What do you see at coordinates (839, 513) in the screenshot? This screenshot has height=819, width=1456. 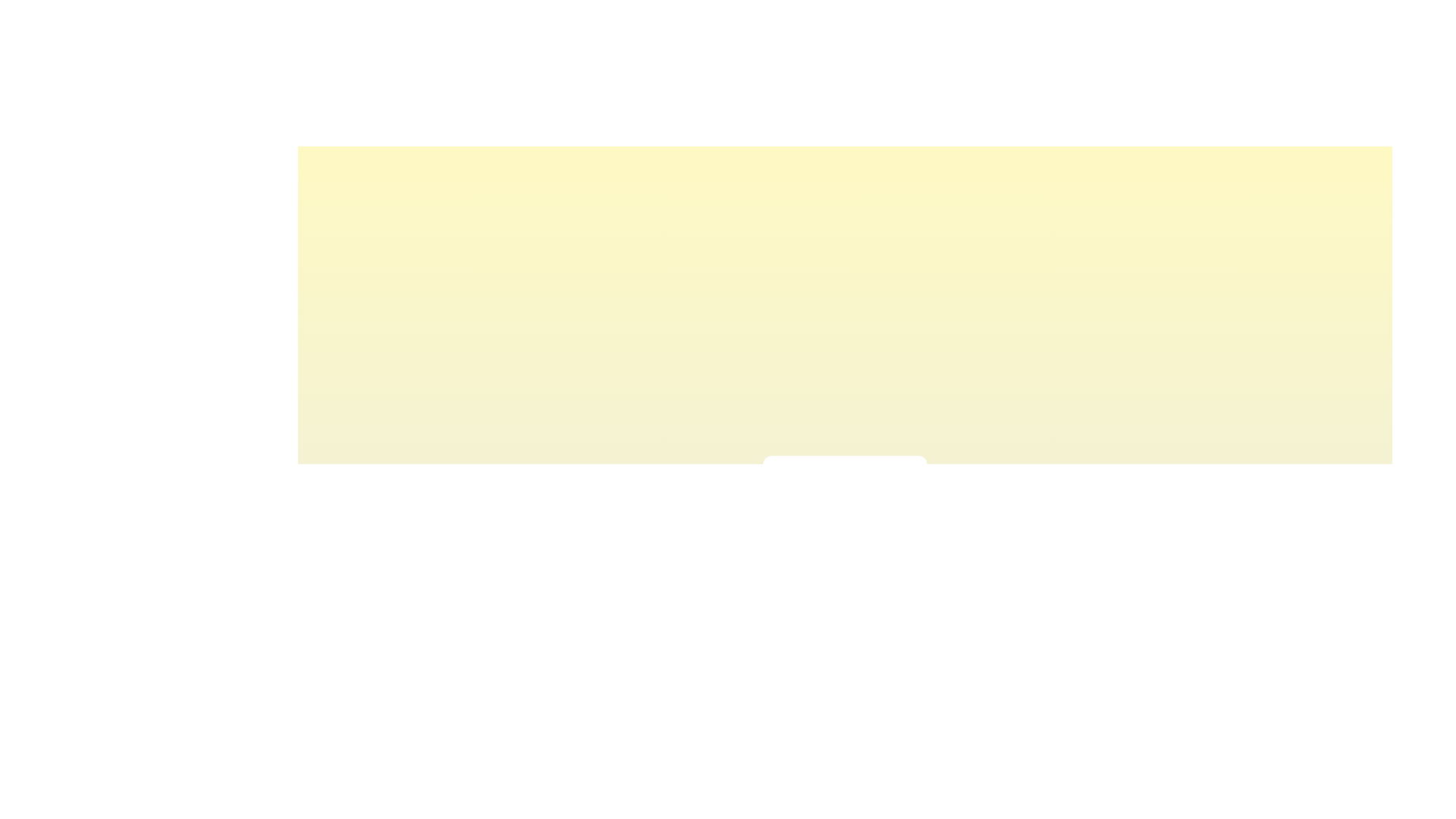 I see `the light intensity to 46% by dragging the slider` at bounding box center [839, 513].